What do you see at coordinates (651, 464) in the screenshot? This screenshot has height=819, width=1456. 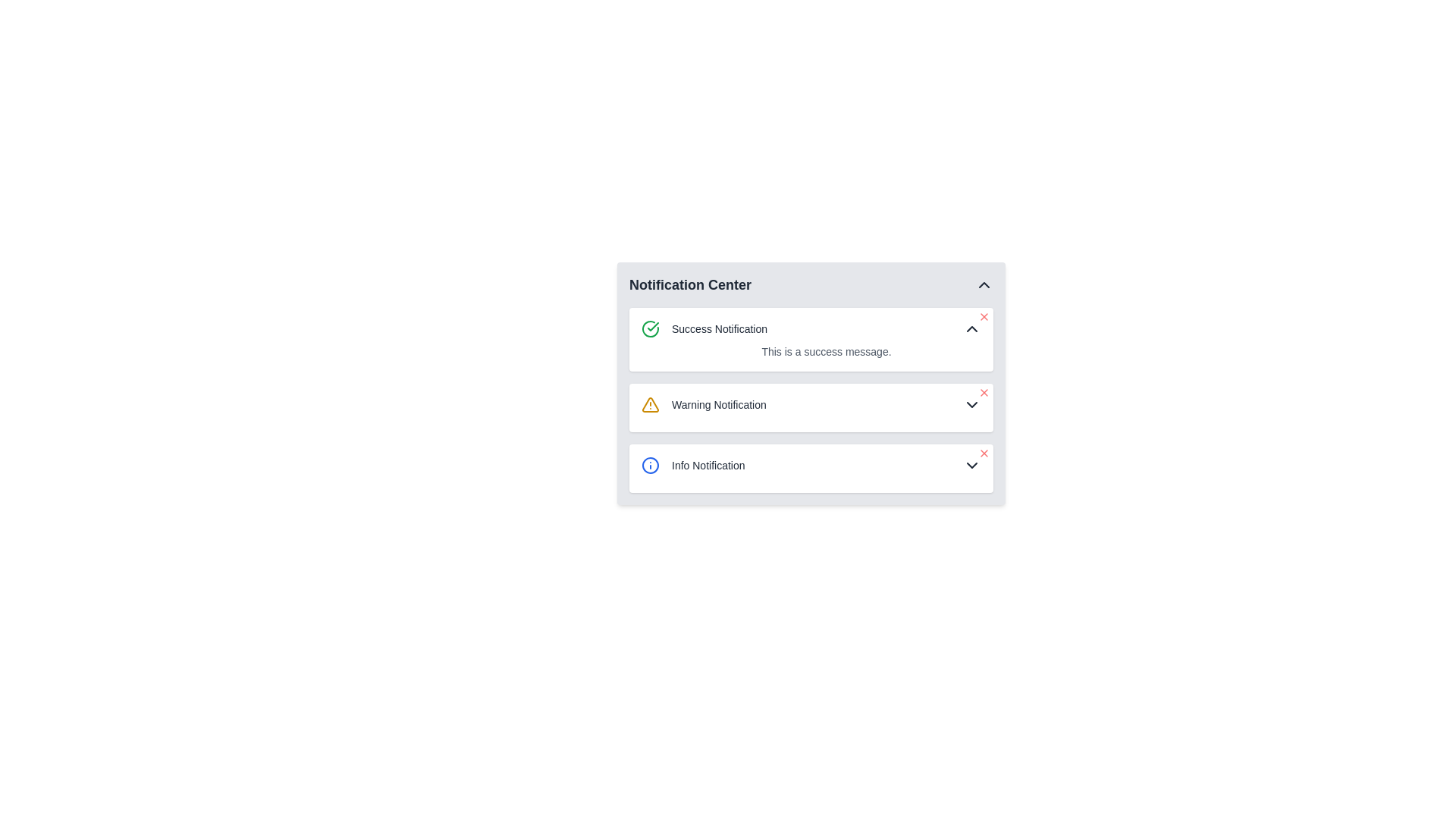 I see `the informational content icon located to the left of the text 'Info Notification' in the bottom notification entry` at bounding box center [651, 464].